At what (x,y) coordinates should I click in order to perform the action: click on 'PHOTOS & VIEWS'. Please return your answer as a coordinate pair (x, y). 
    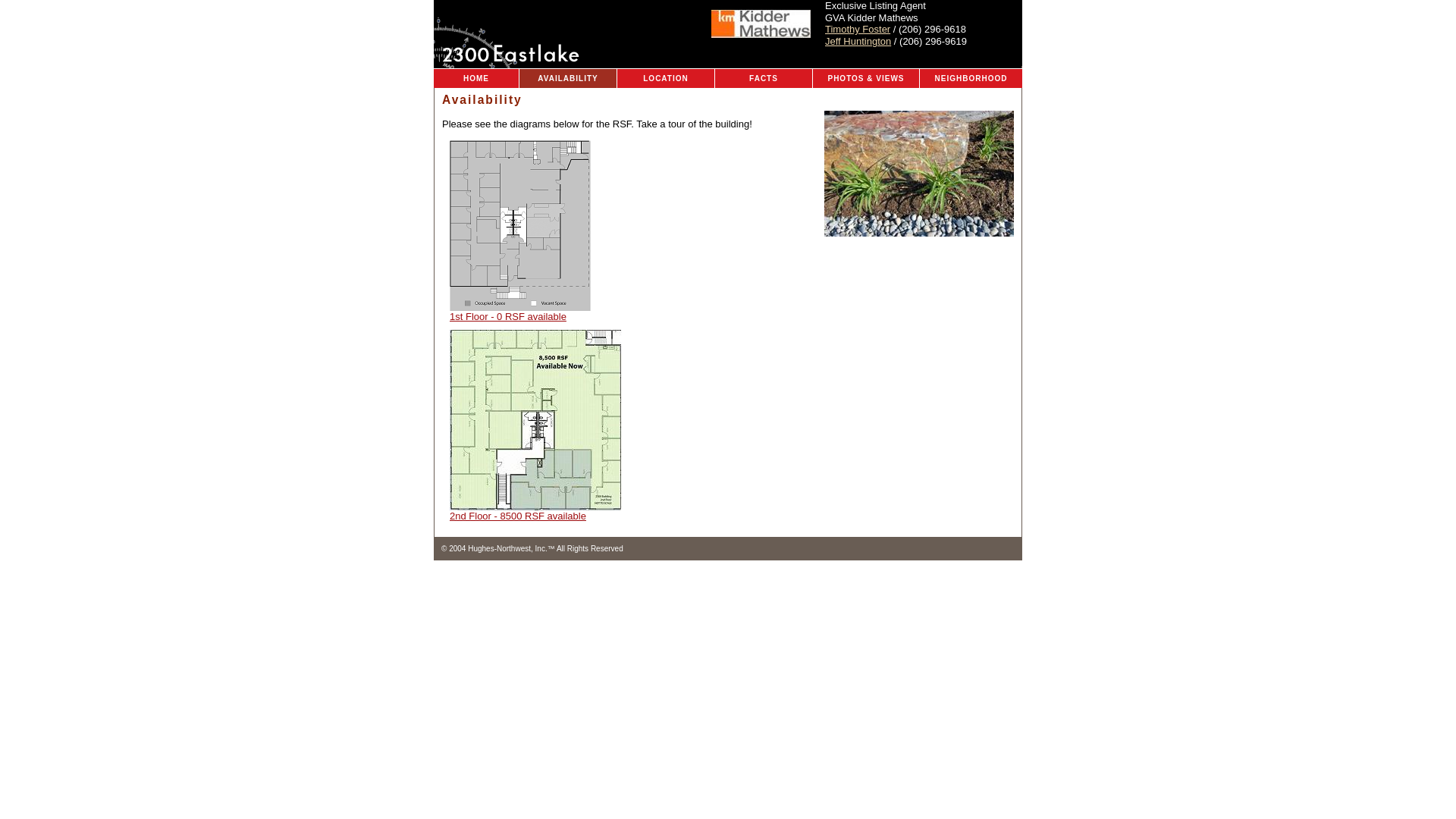
    Looking at the image, I should click on (866, 78).